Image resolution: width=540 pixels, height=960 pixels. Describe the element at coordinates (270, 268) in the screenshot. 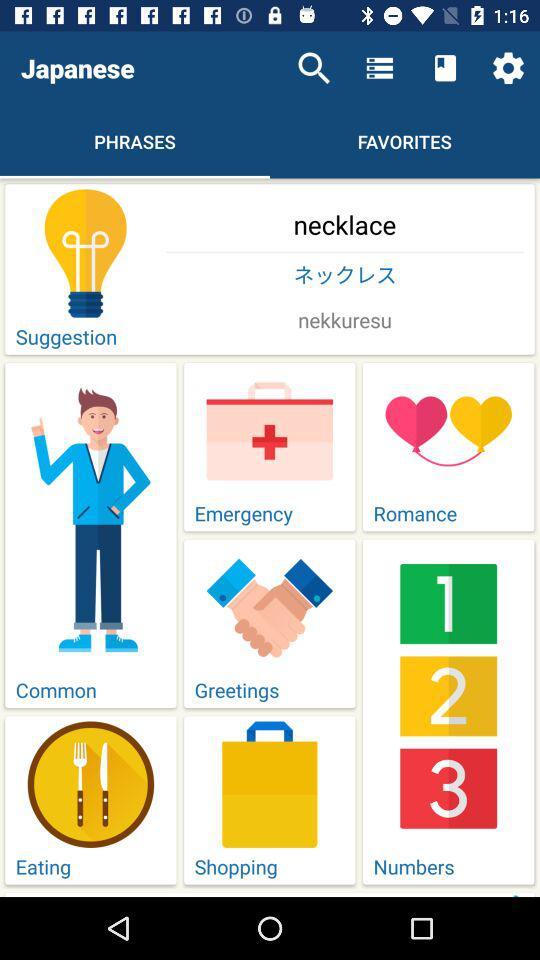

I see `the first button below the tab phrases` at that location.